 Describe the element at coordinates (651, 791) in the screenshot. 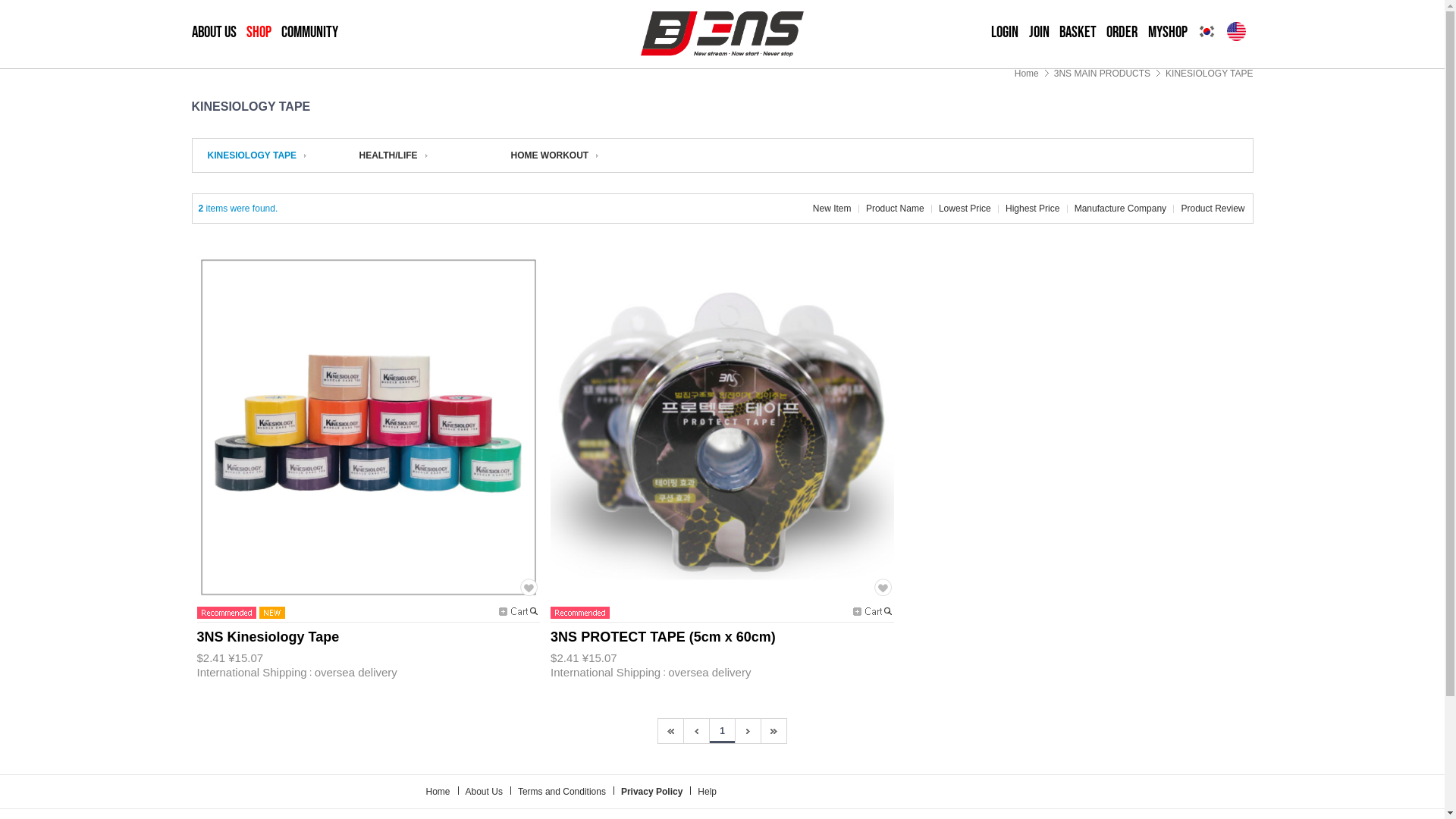

I see `'Privacy Policy'` at that location.